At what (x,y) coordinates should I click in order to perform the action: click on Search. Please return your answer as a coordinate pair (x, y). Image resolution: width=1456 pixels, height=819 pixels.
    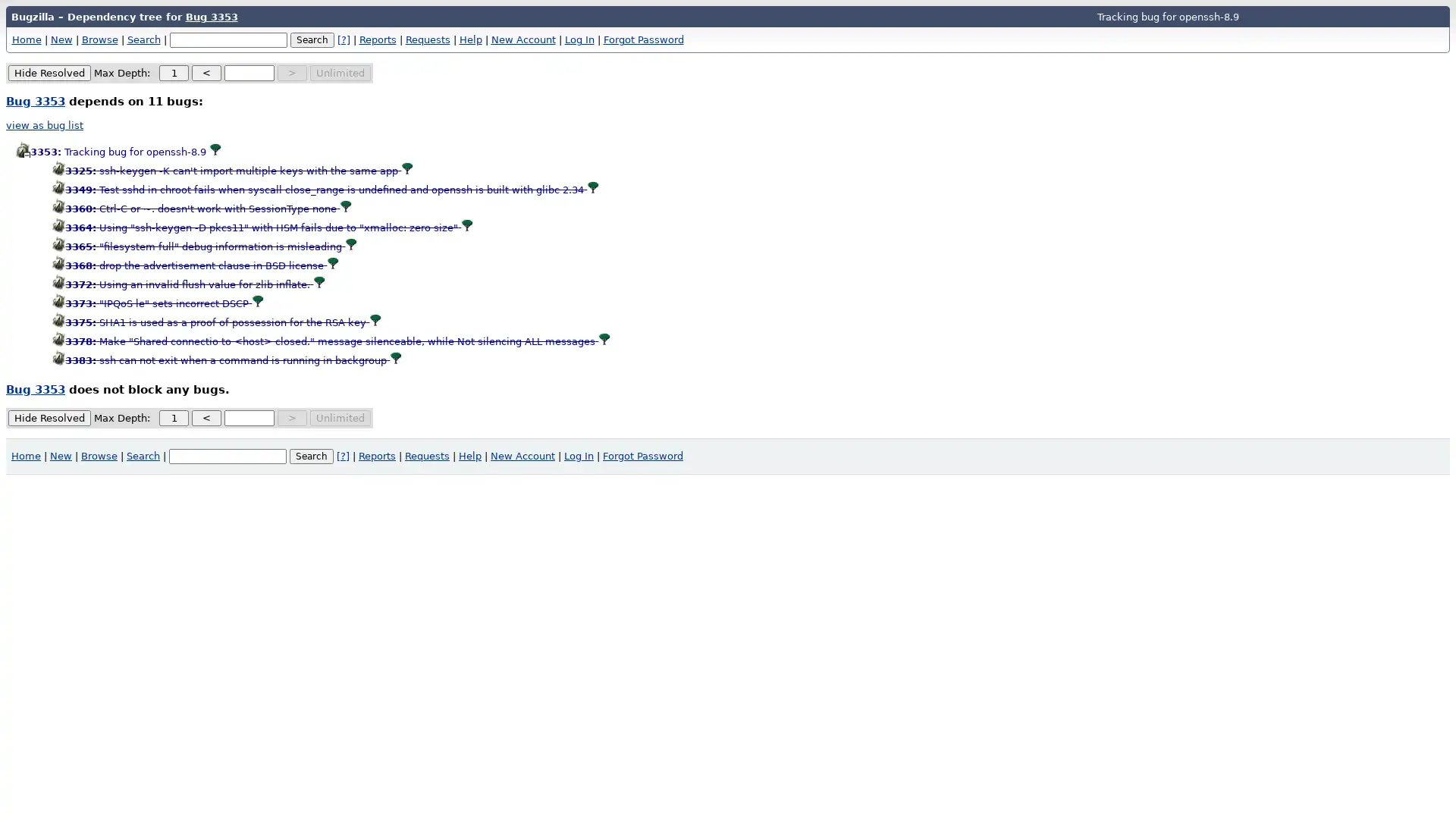
    Looking at the image, I should click on (311, 455).